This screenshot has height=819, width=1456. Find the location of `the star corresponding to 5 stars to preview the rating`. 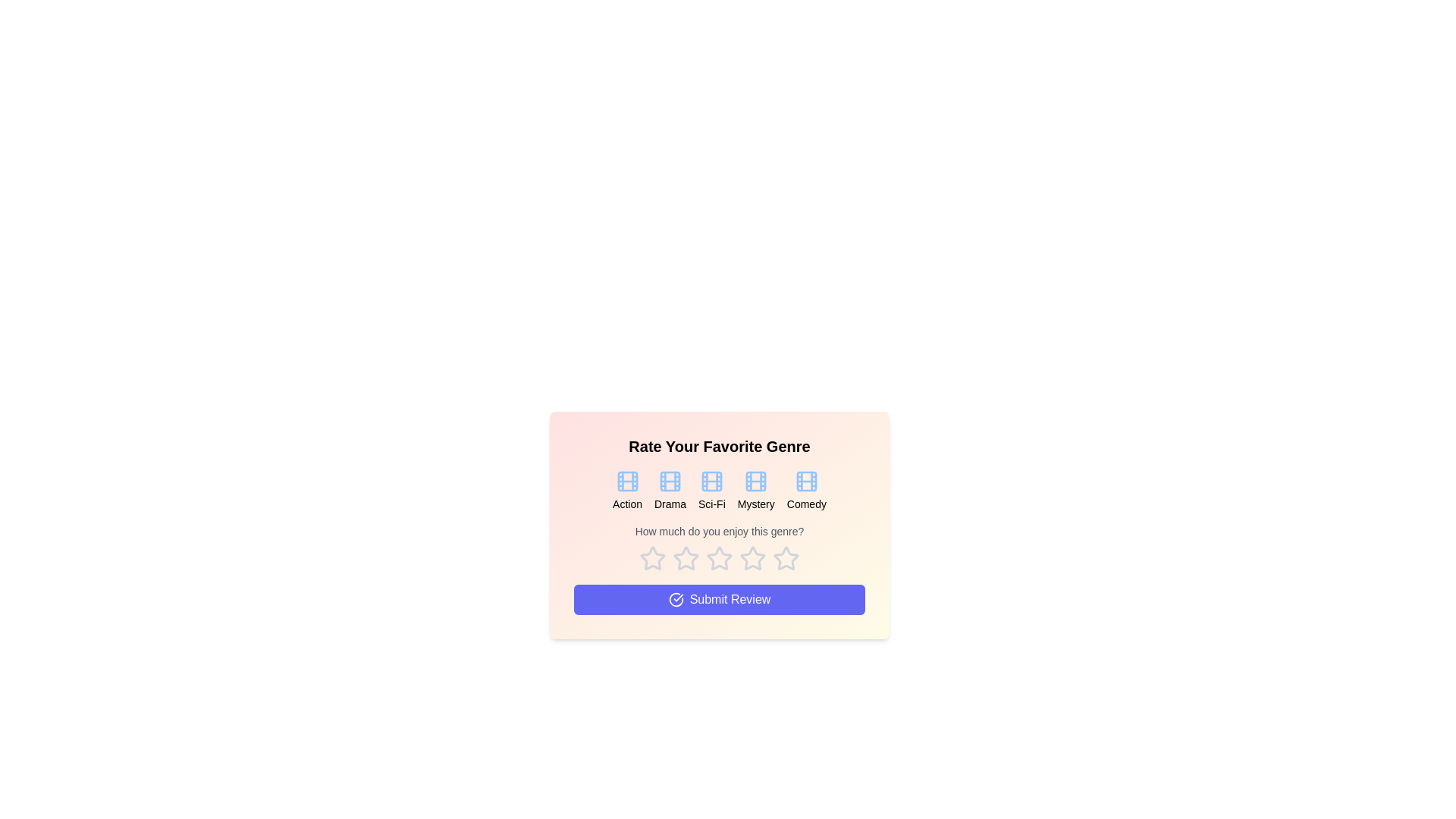

the star corresponding to 5 stars to preview the rating is located at coordinates (786, 558).